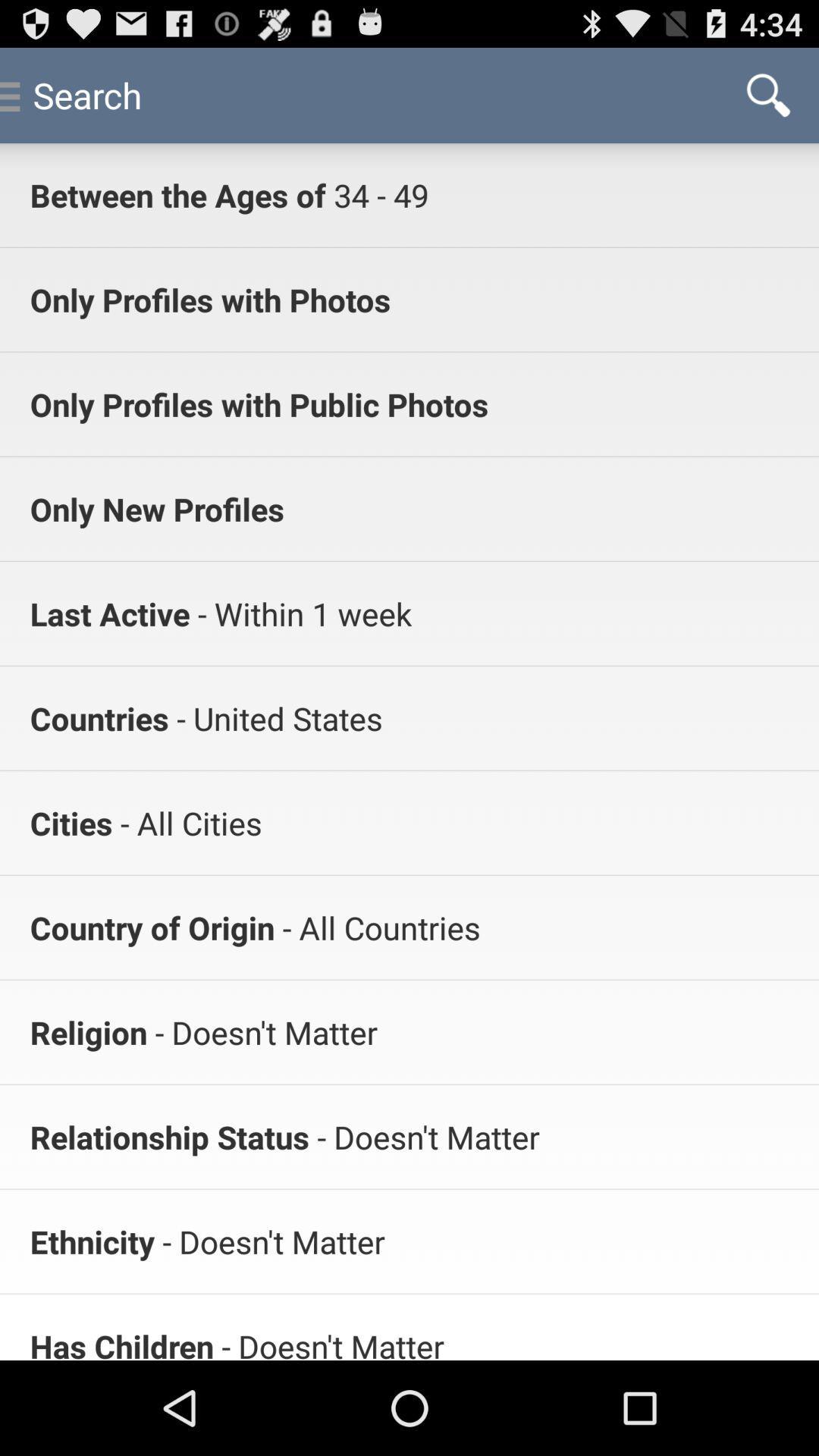 The image size is (819, 1456). Describe the element at coordinates (109, 613) in the screenshot. I see `icon to the left of the  - within 1 week app` at that location.